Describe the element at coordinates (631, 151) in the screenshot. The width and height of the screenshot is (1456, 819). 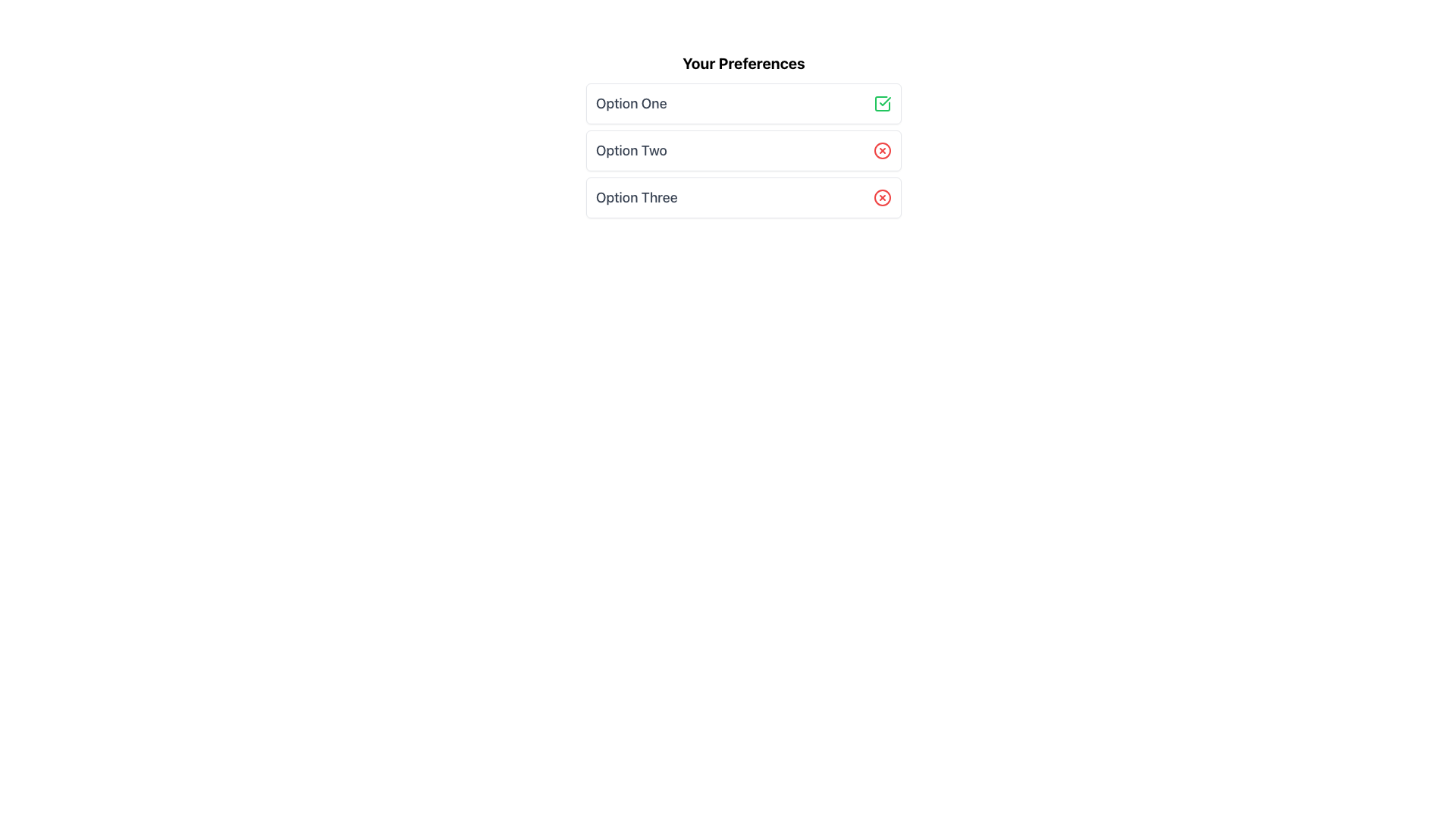
I see `the text label displaying 'Option Two' which is part of the second option group under 'Your Preferences', located centrally with a red circular cross icon to its right` at that location.